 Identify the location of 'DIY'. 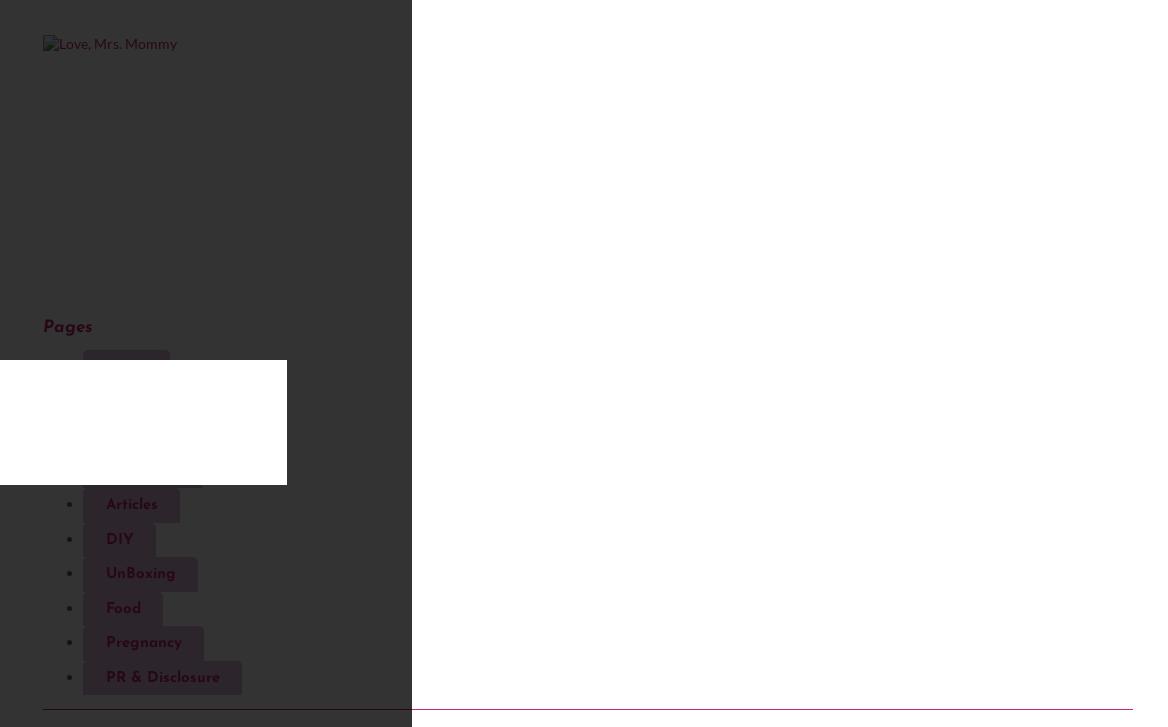
(118, 538).